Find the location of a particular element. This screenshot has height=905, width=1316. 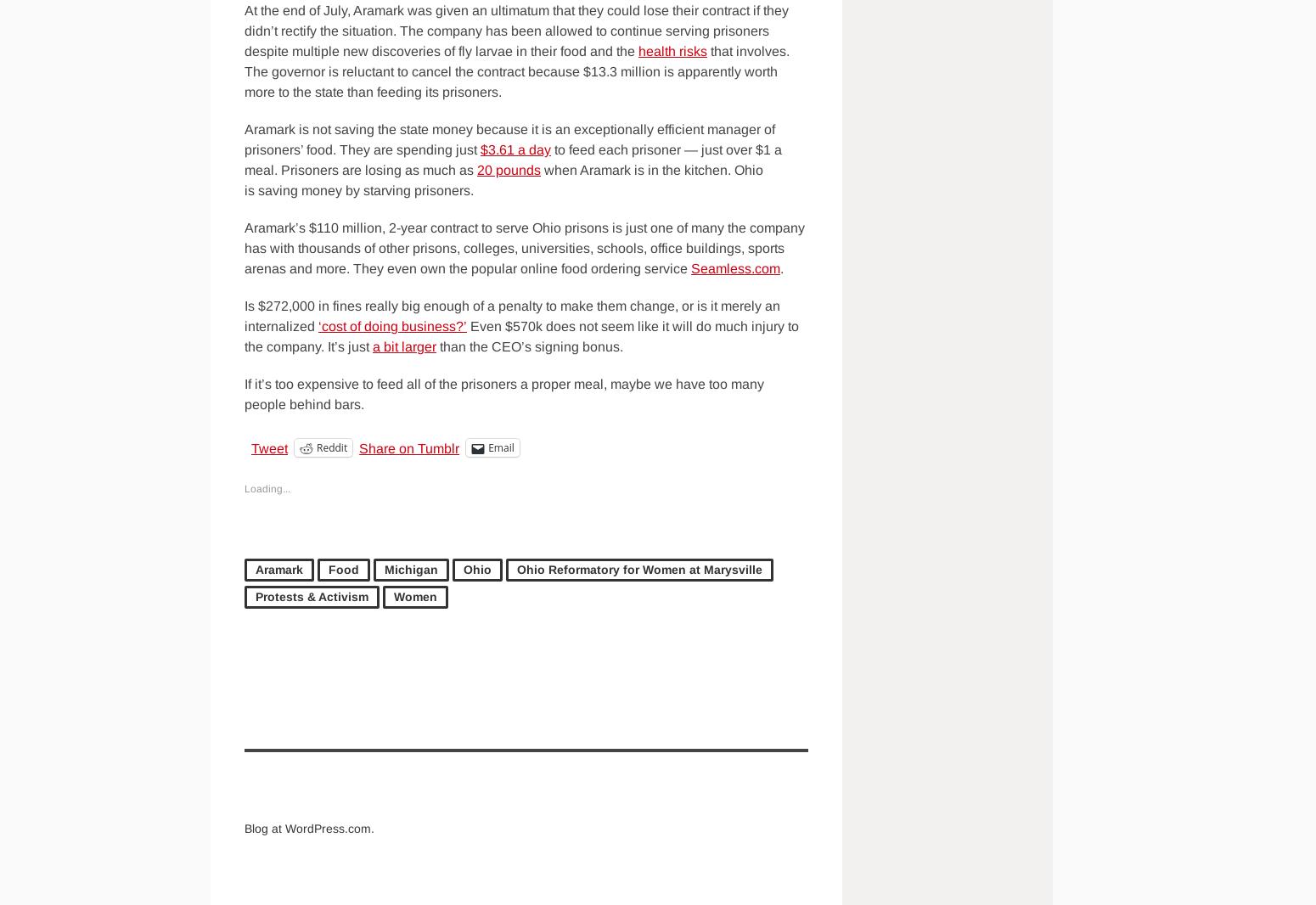

'Ohio Reformatory for Women at Marysville' is located at coordinates (639, 569).